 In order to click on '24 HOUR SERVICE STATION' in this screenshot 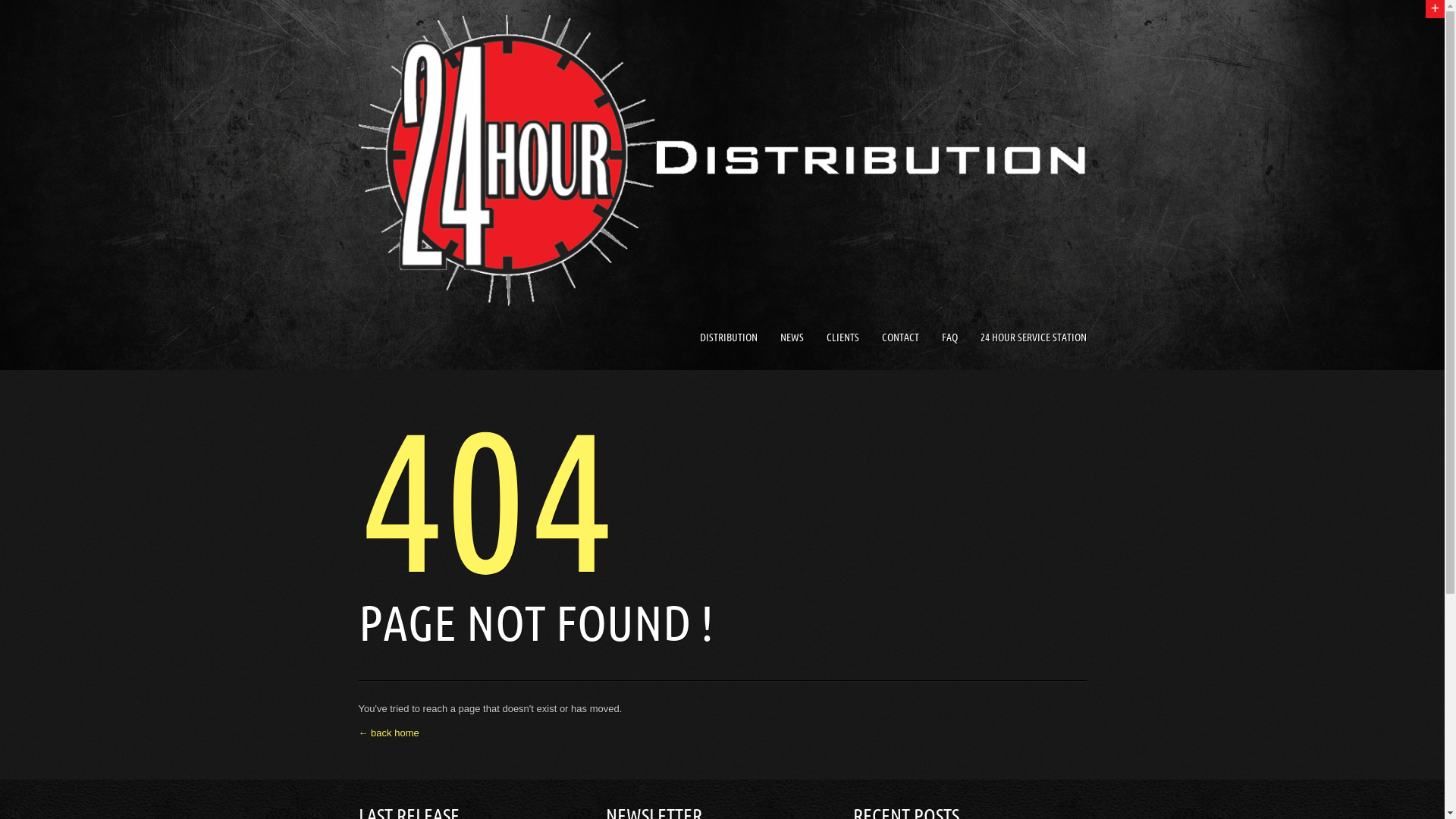, I will do `click(1032, 337)`.